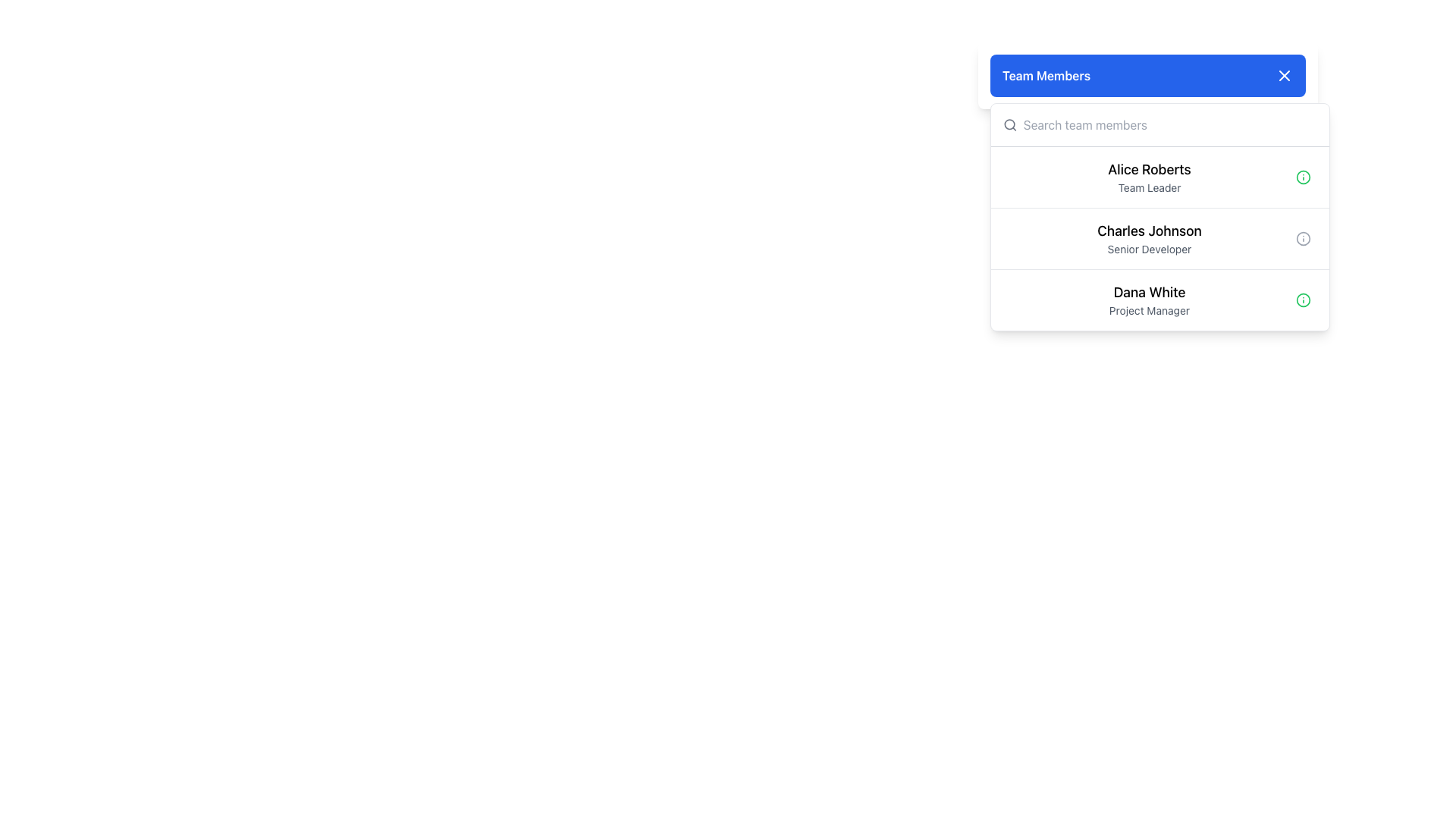  I want to click on the magnifying glass icon located next to the 'Search team members' input field, so click(1010, 124).